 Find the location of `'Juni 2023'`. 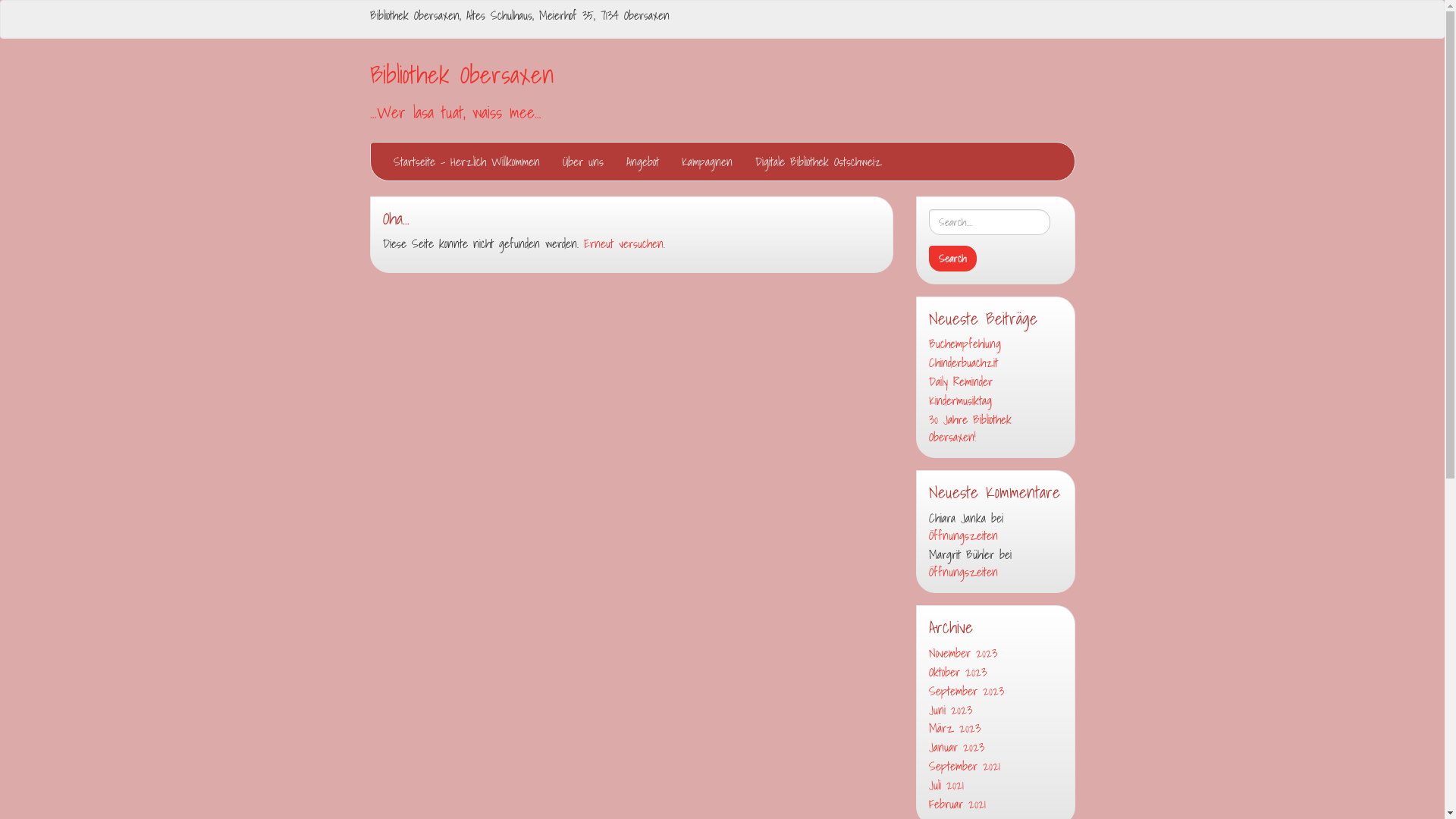

'Juni 2023' is located at coordinates (927, 710).